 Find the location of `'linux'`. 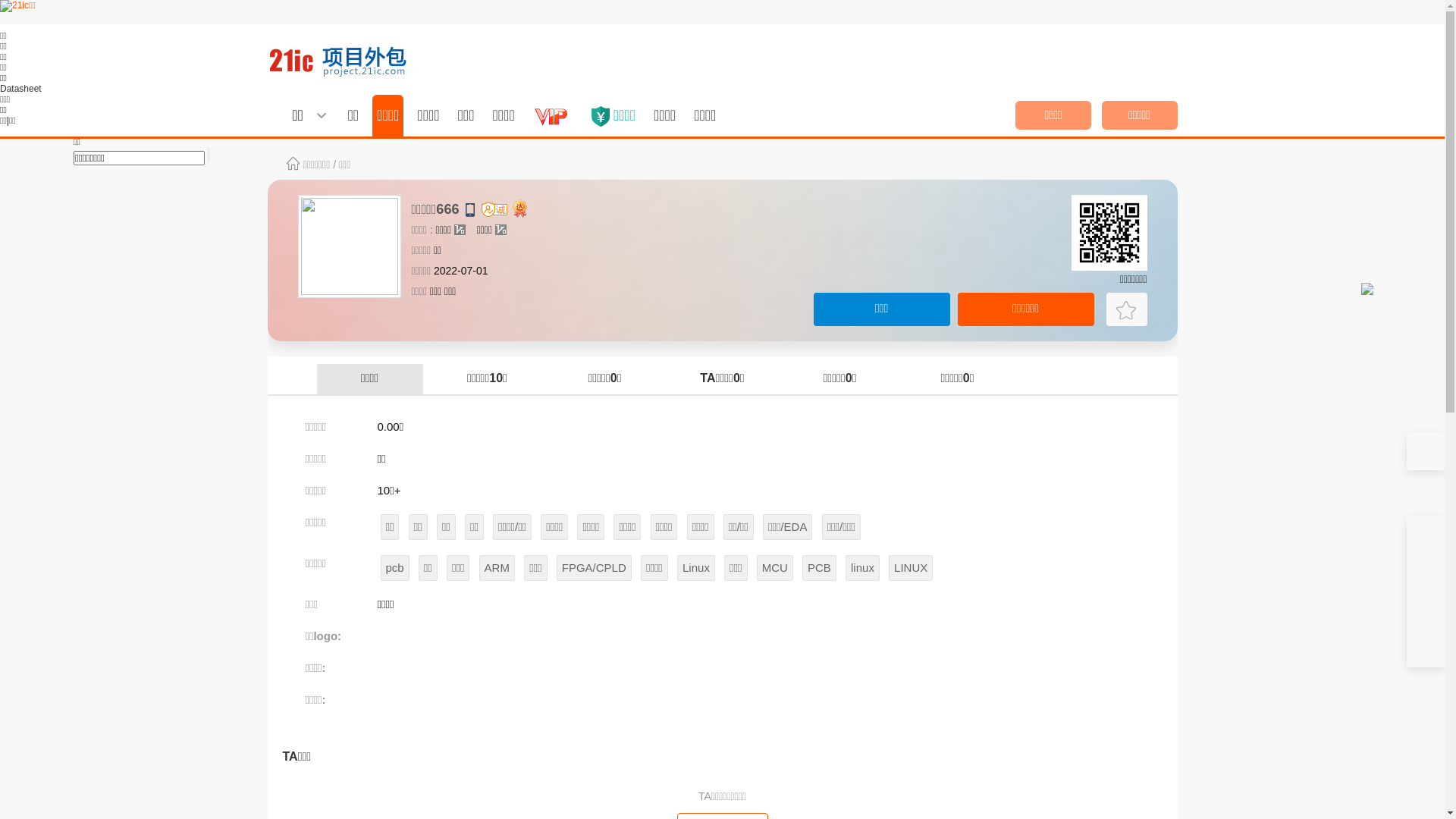

'linux' is located at coordinates (862, 567).